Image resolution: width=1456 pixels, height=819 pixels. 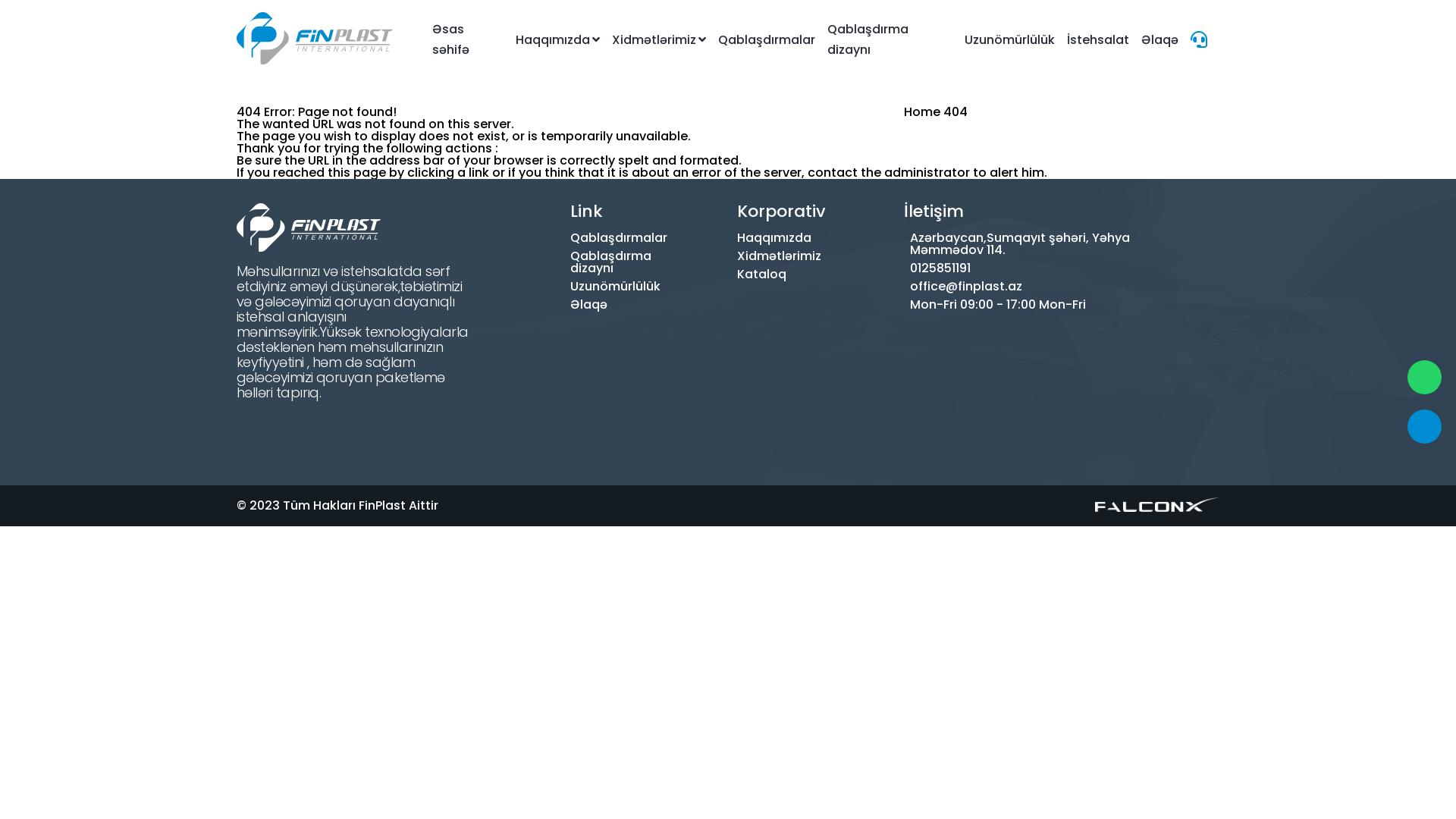 What do you see at coordinates (1019, 268) in the screenshot?
I see `'0125851191'` at bounding box center [1019, 268].